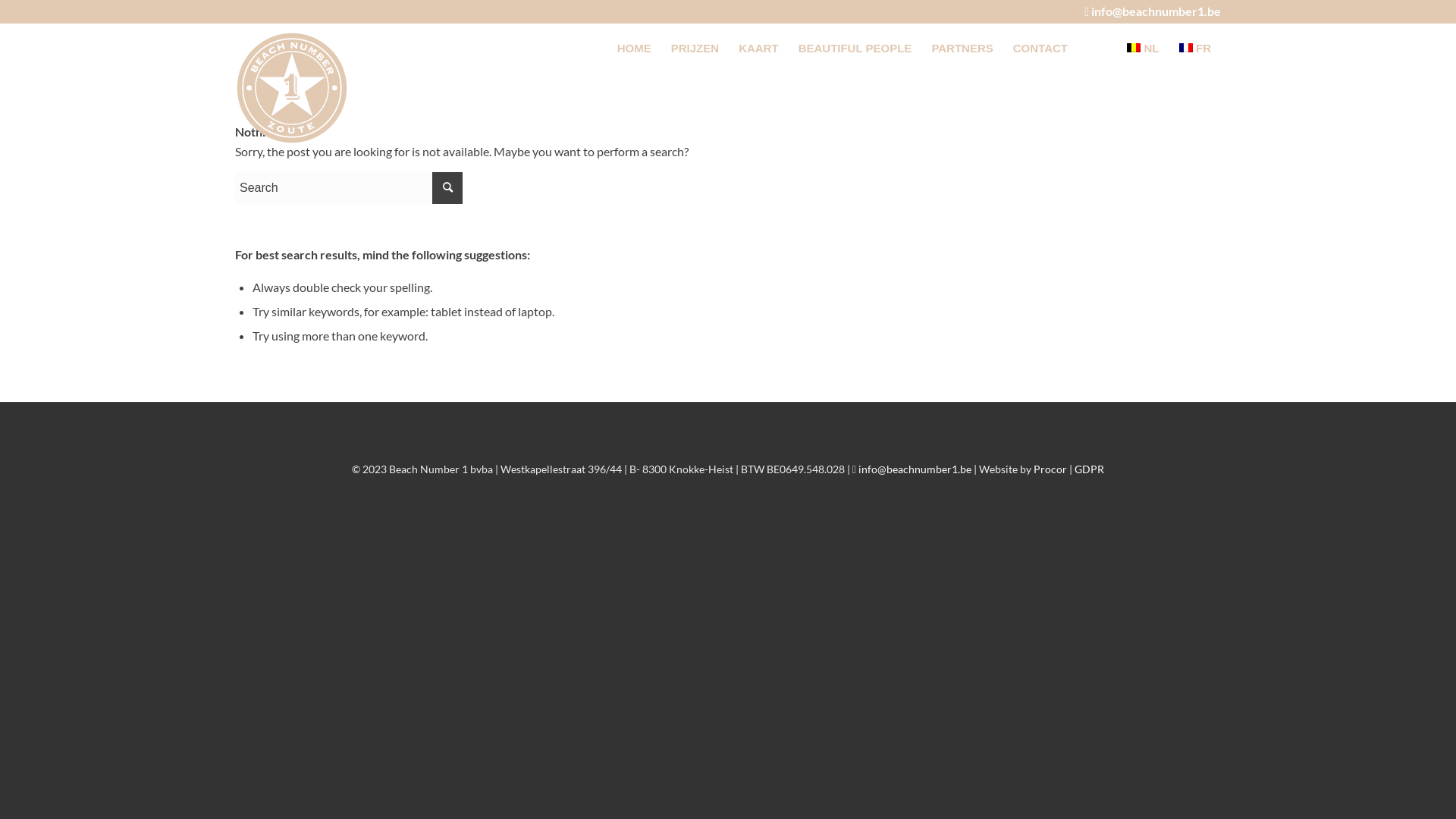 Image resolution: width=1456 pixels, height=819 pixels. What do you see at coordinates (1194, 47) in the screenshot?
I see `'FR'` at bounding box center [1194, 47].